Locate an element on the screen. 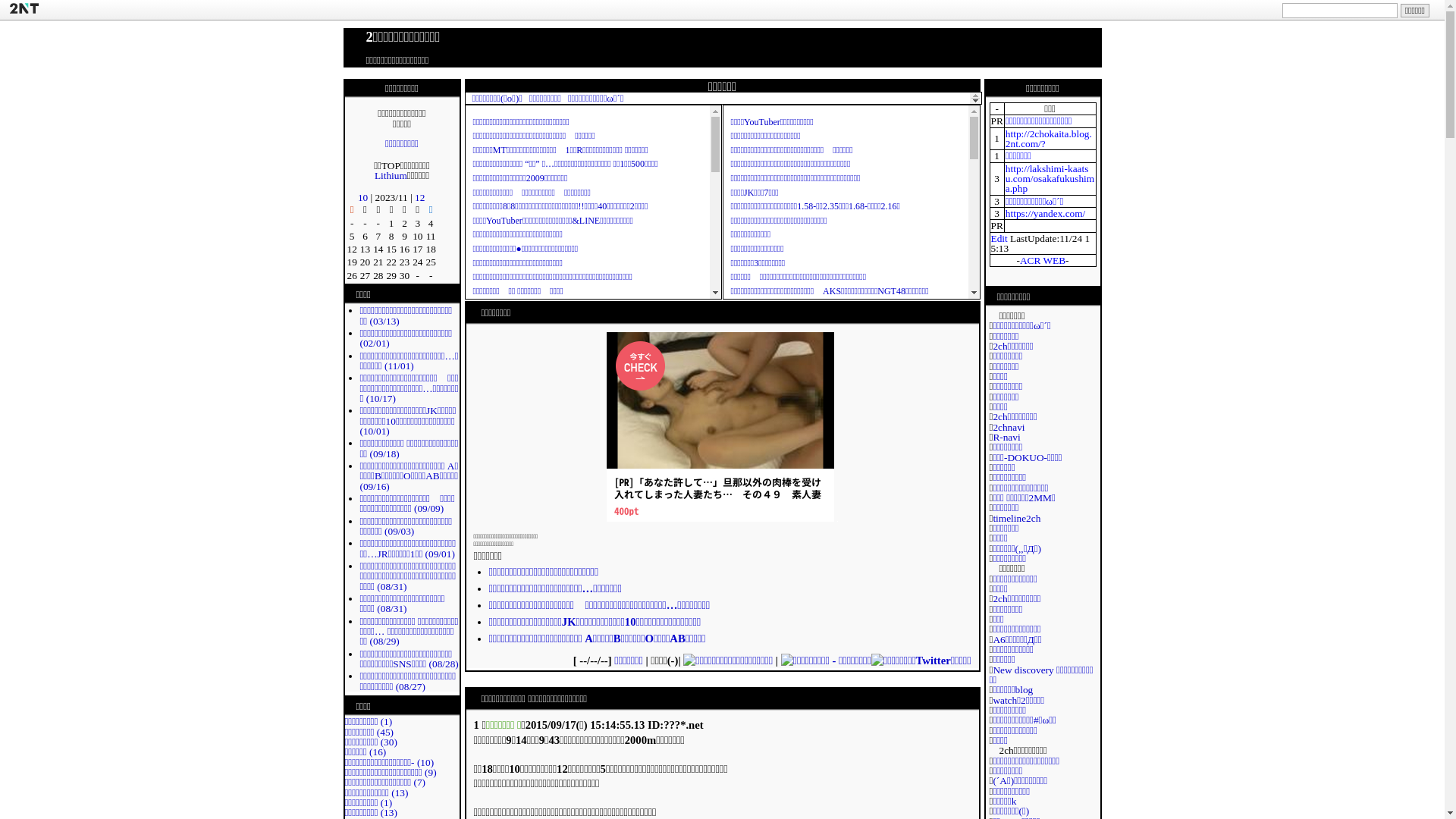  'R-navi' is located at coordinates (1006, 437).